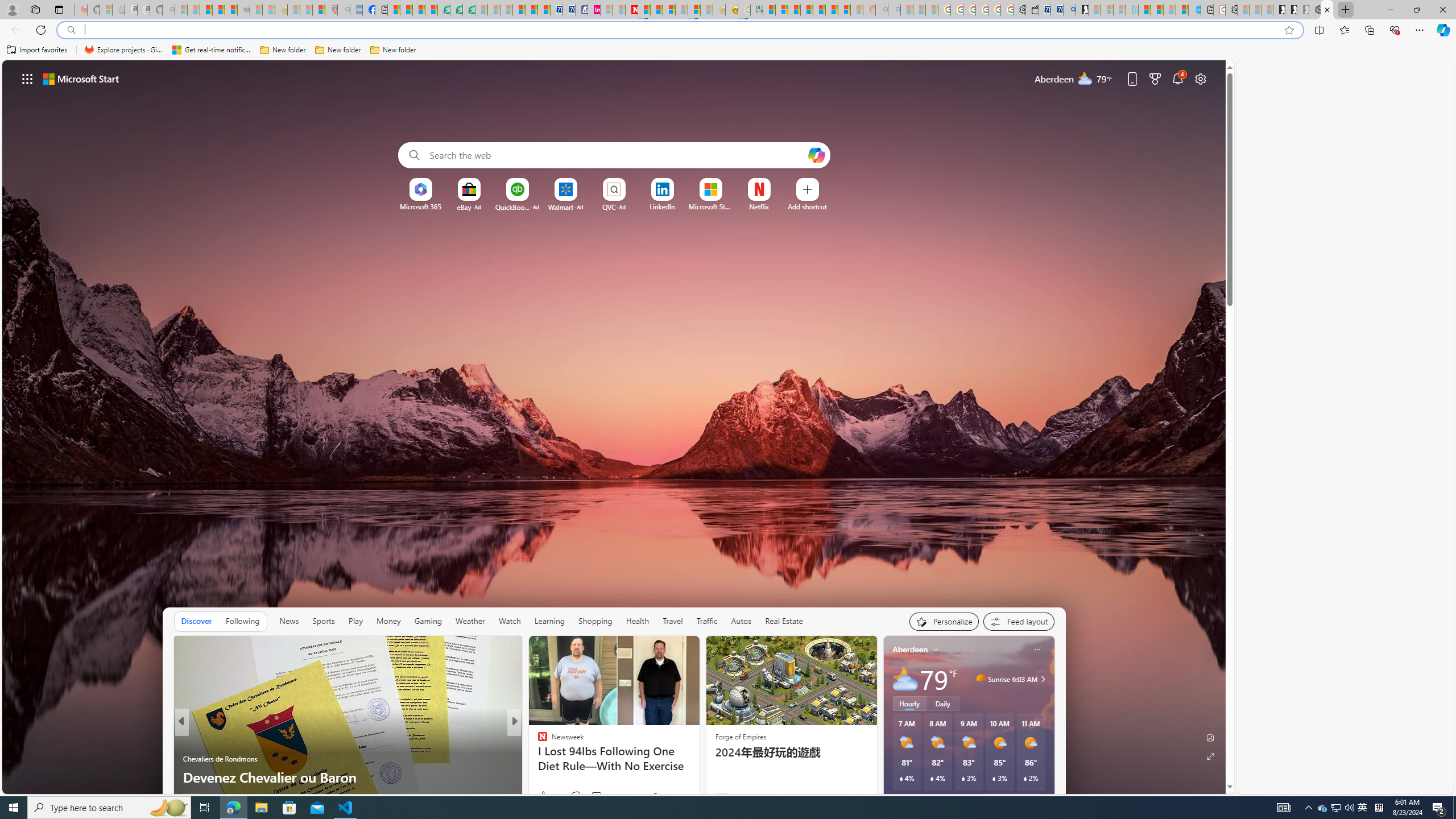 The image size is (1456, 819). What do you see at coordinates (1169, 9) in the screenshot?
I see `'Microsoft Start - Sleeping'` at bounding box center [1169, 9].